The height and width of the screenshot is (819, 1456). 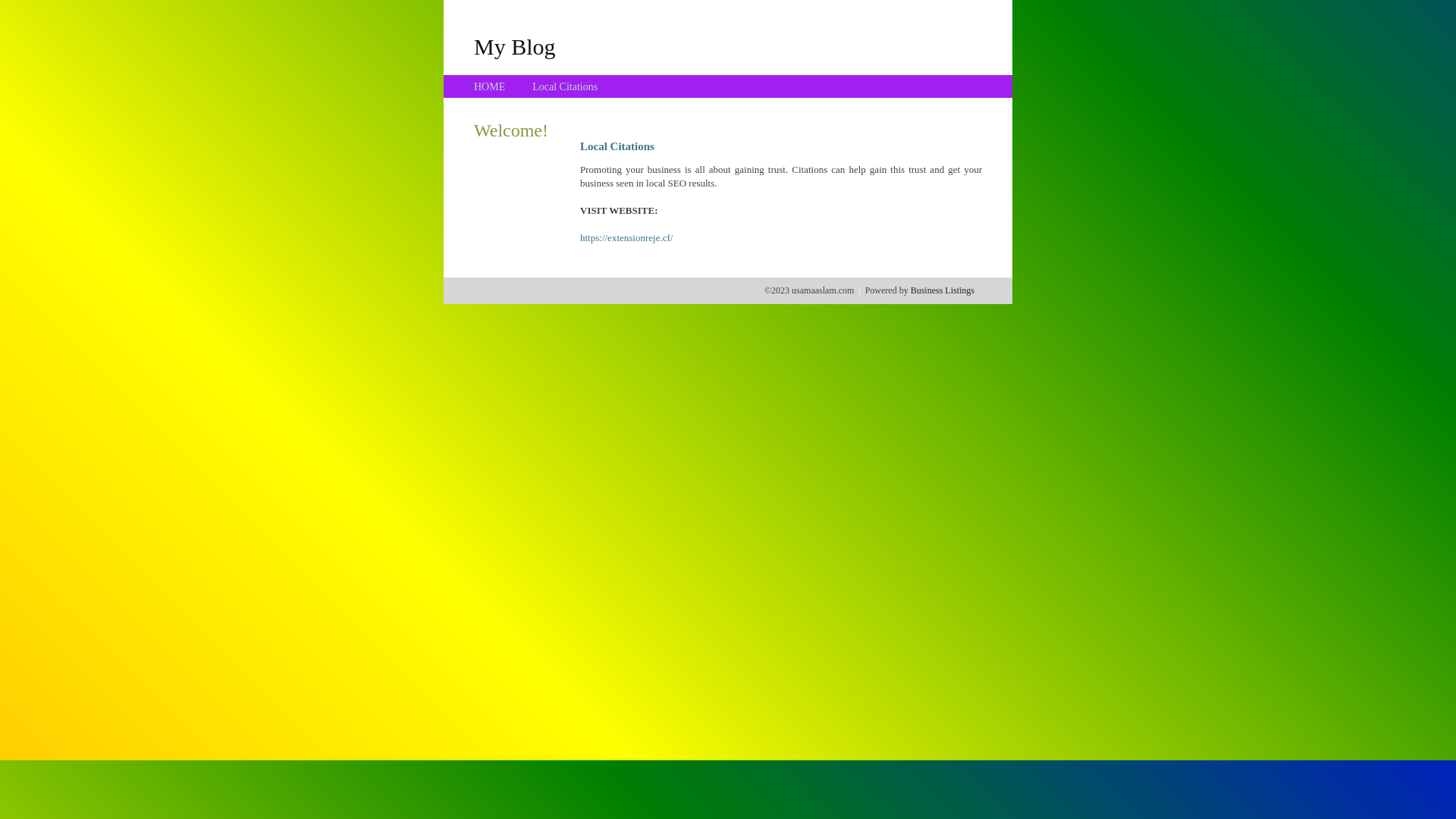 I want to click on 'HOME', so click(x=489, y=86).